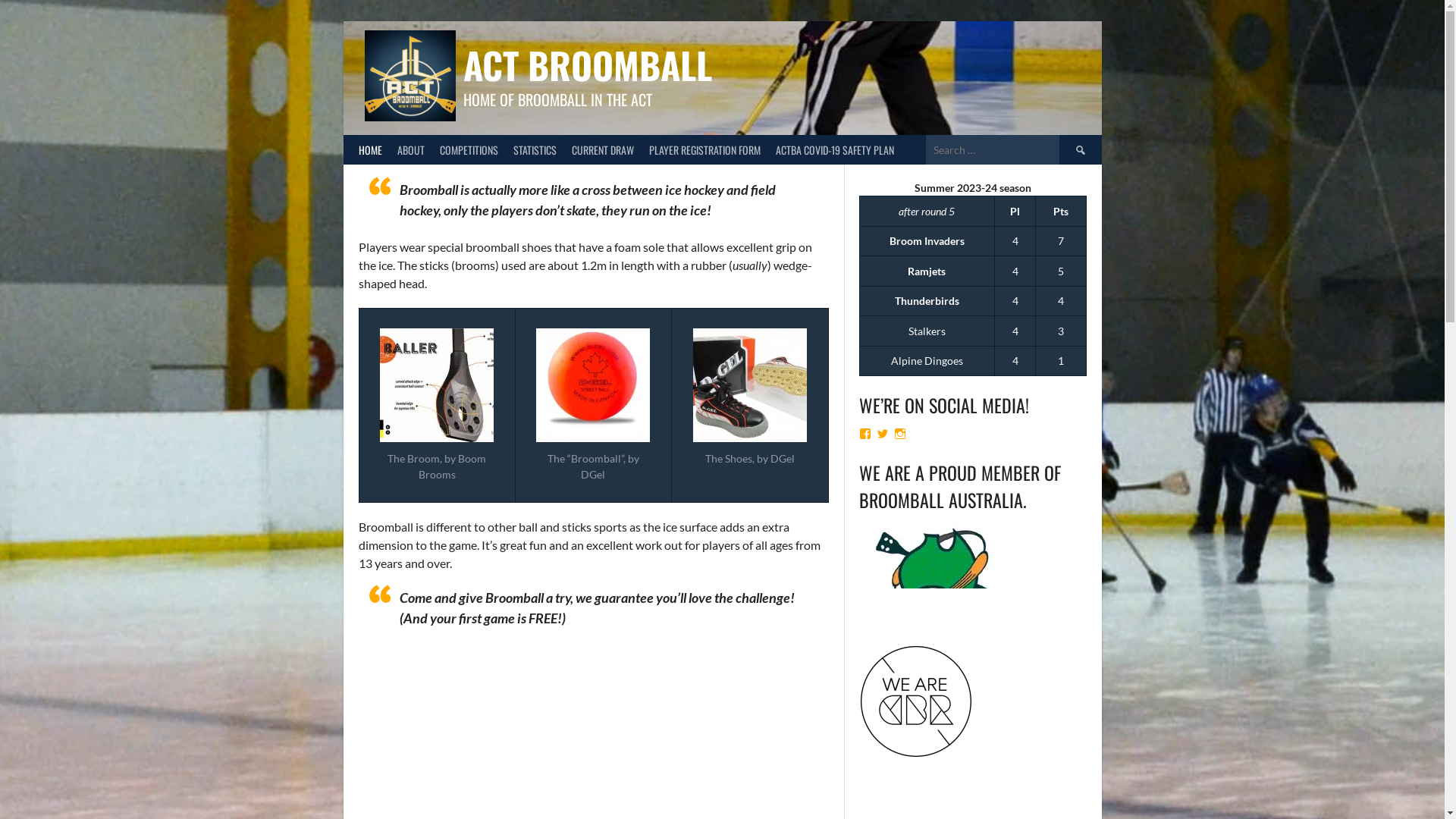 The height and width of the screenshot is (819, 1456). Describe the element at coordinates (602, 149) in the screenshot. I see `'CURRENT DRAW'` at that location.